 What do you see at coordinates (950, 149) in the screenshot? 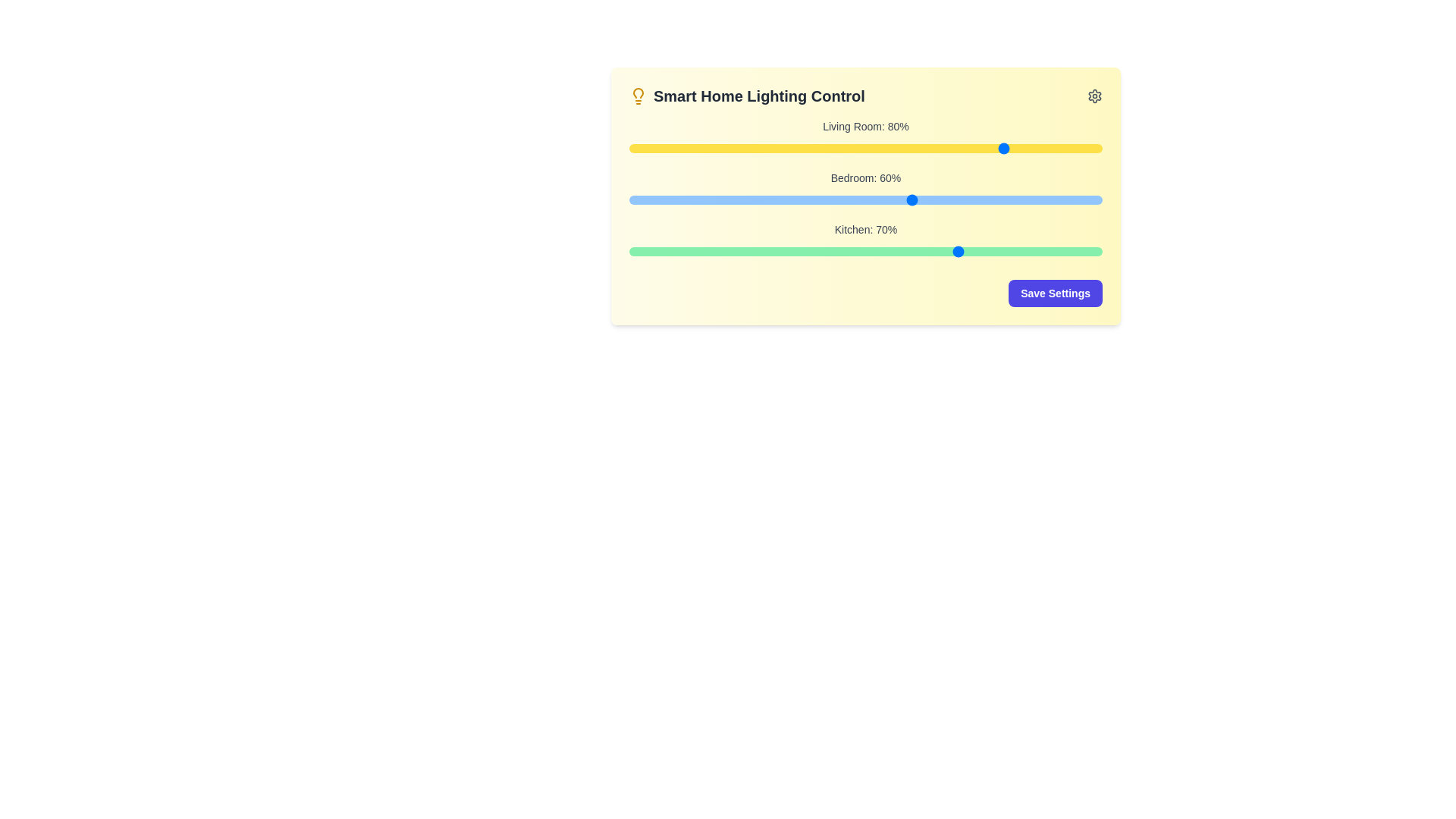
I see `the Living Room brightness` at bounding box center [950, 149].